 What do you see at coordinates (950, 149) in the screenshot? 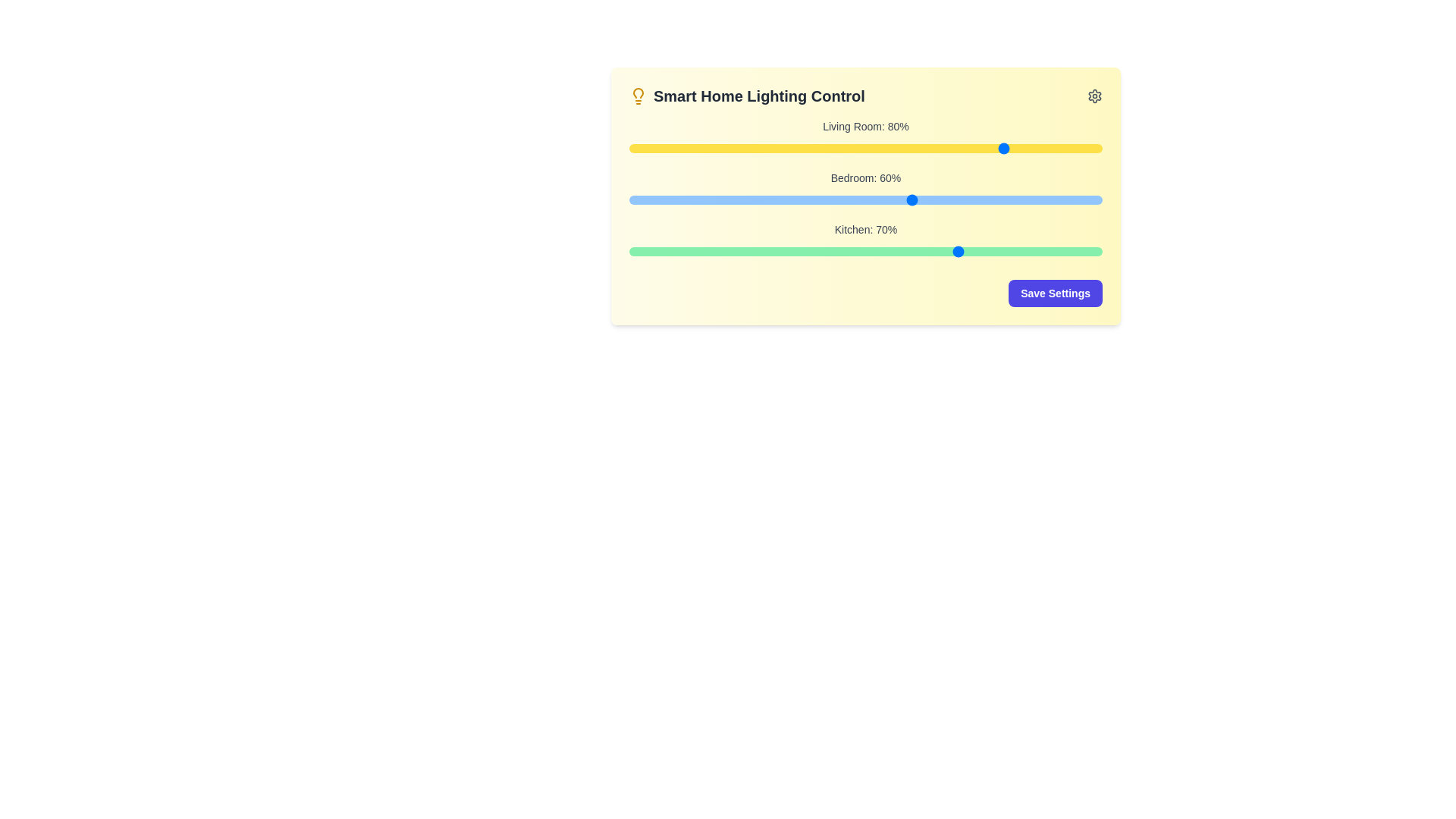
I see `the Living Room brightness` at bounding box center [950, 149].